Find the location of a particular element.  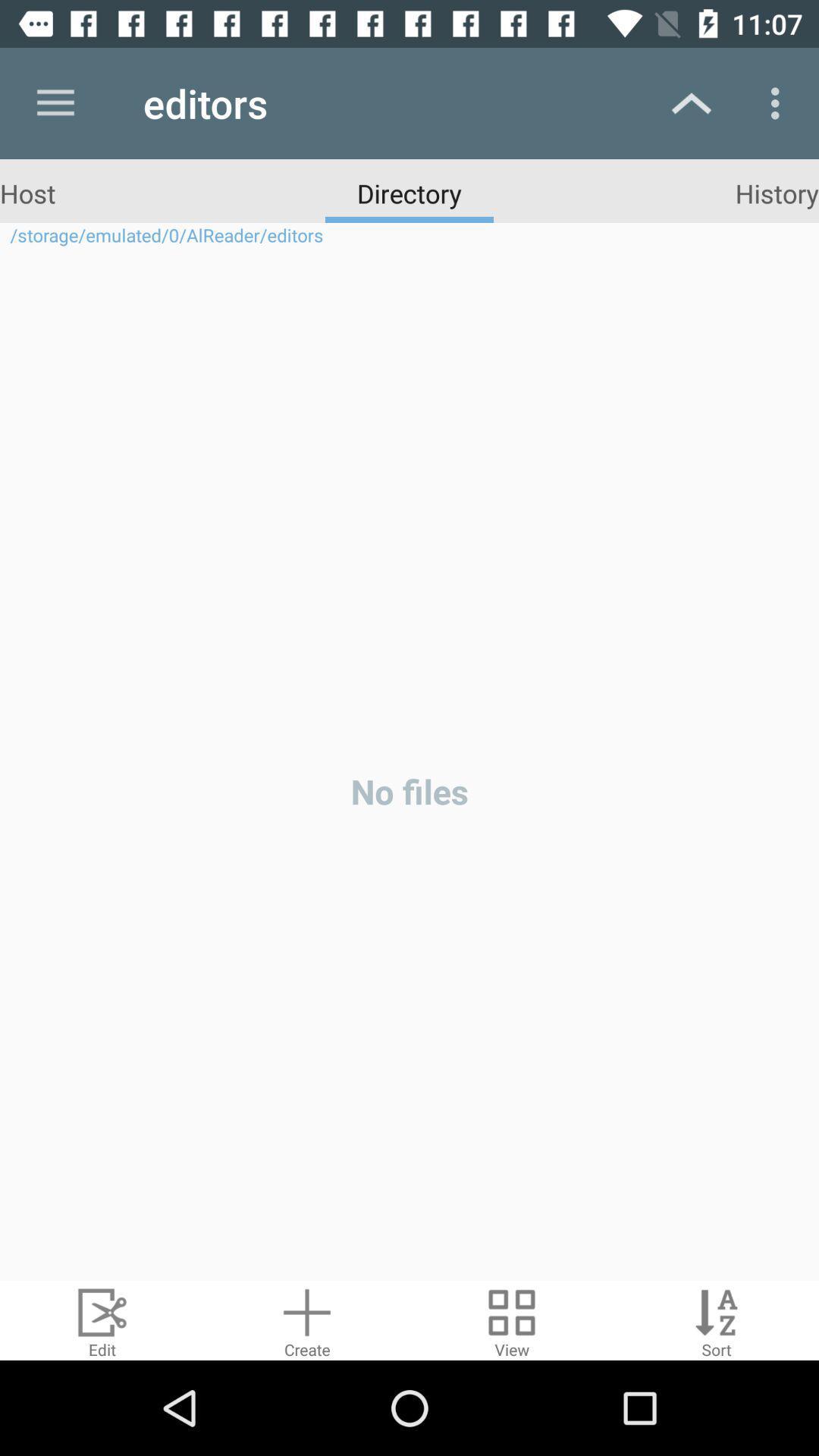

the history icon is located at coordinates (777, 192).